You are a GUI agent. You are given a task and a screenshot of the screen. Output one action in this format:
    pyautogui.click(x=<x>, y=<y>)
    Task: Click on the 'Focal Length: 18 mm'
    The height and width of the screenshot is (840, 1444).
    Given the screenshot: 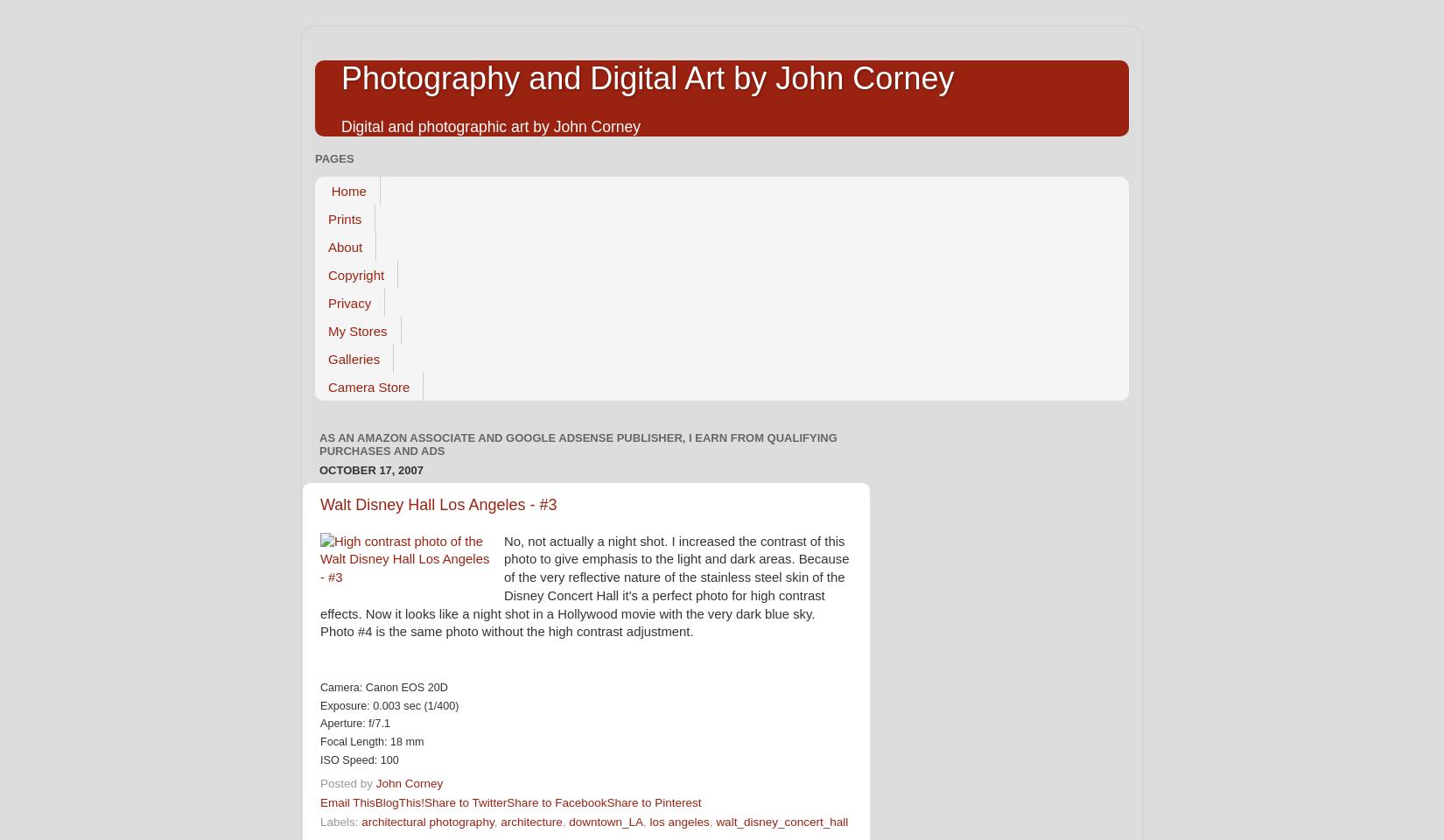 What is the action you would take?
    pyautogui.click(x=319, y=740)
    